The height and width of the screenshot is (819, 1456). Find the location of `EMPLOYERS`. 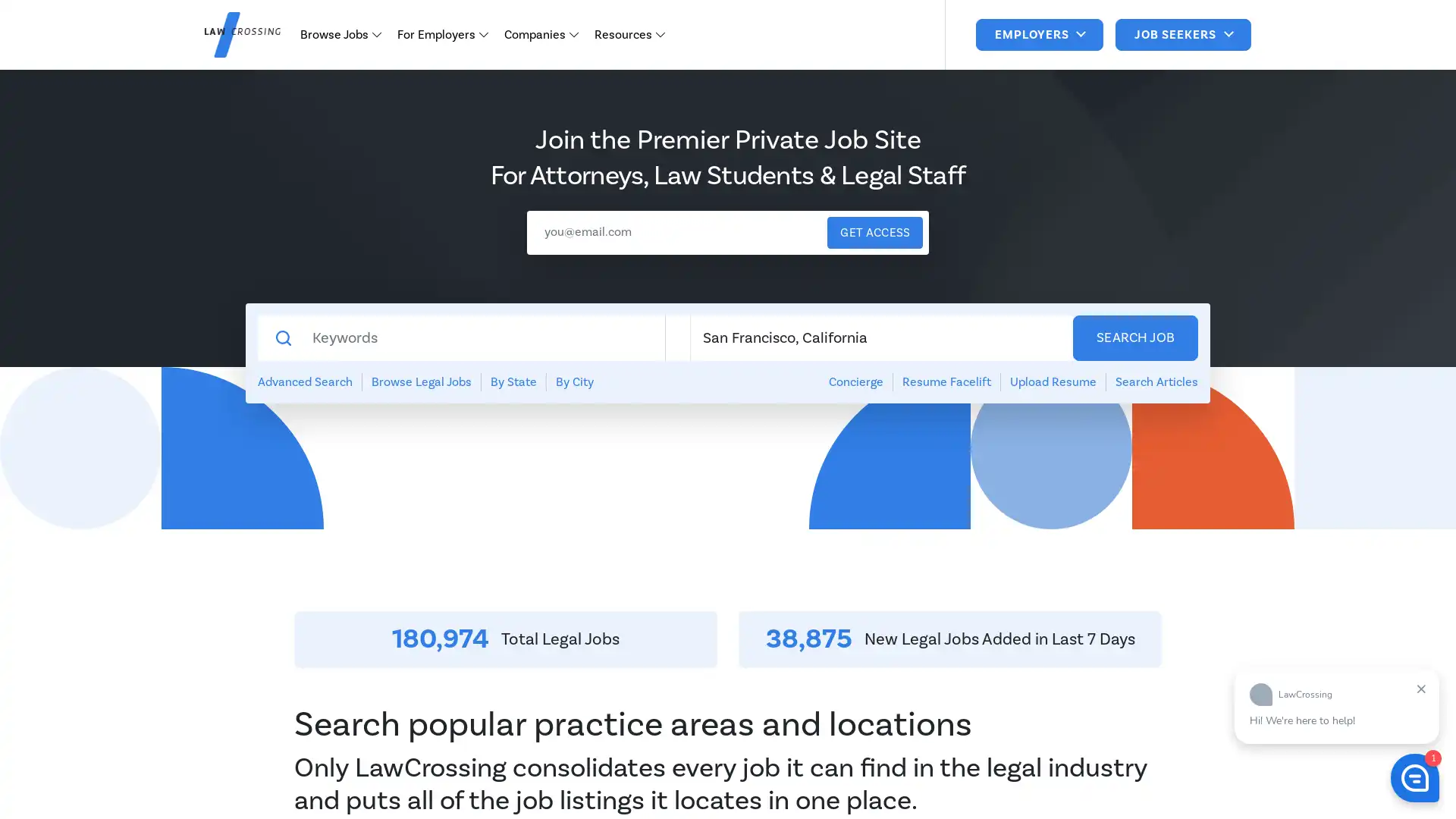

EMPLOYERS is located at coordinates (1038, 34).